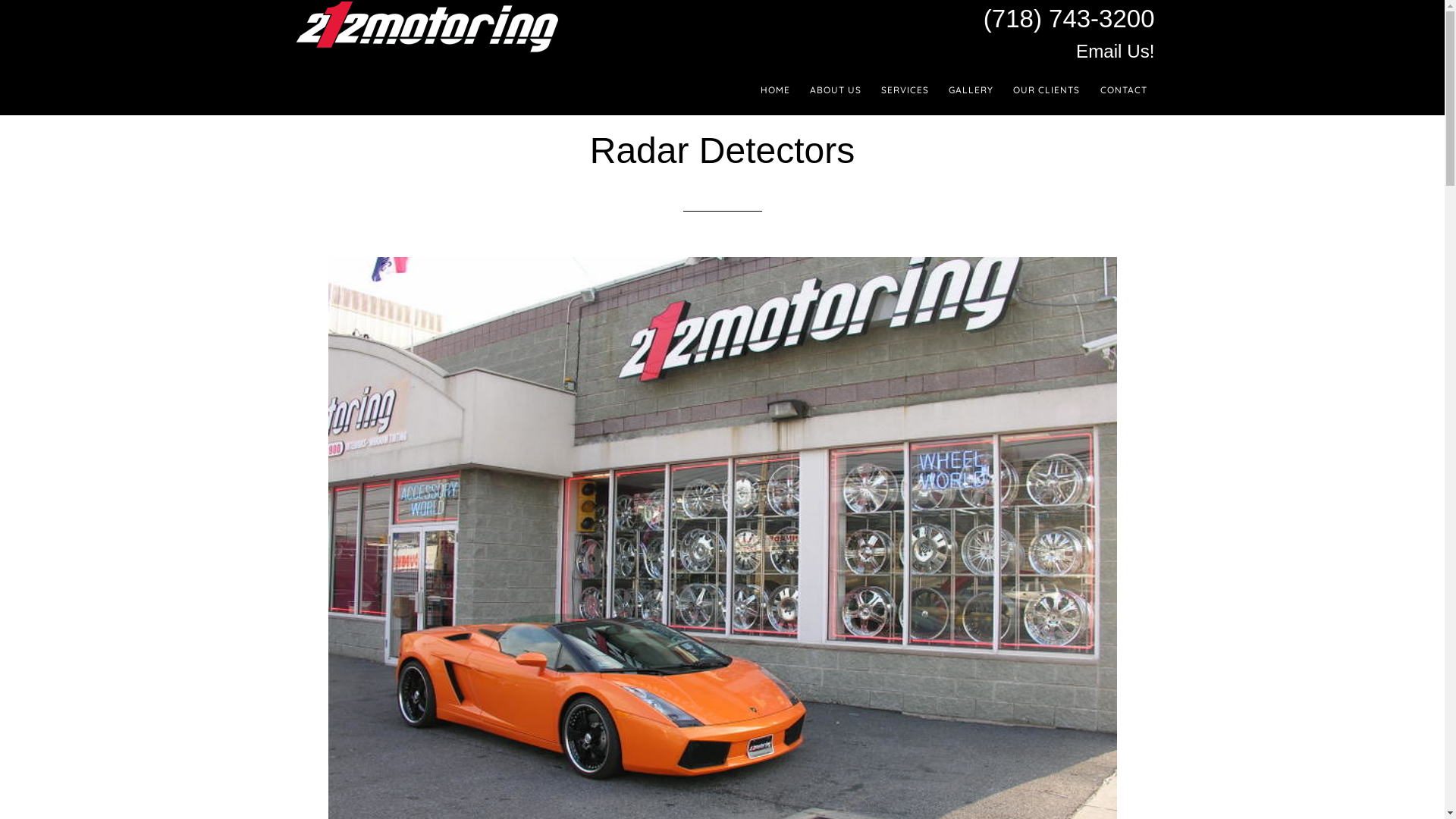  What do you see at coordinates (971, 90) in the screenshot?
I see `'GALLERY'` at bounding box center [971, 90].